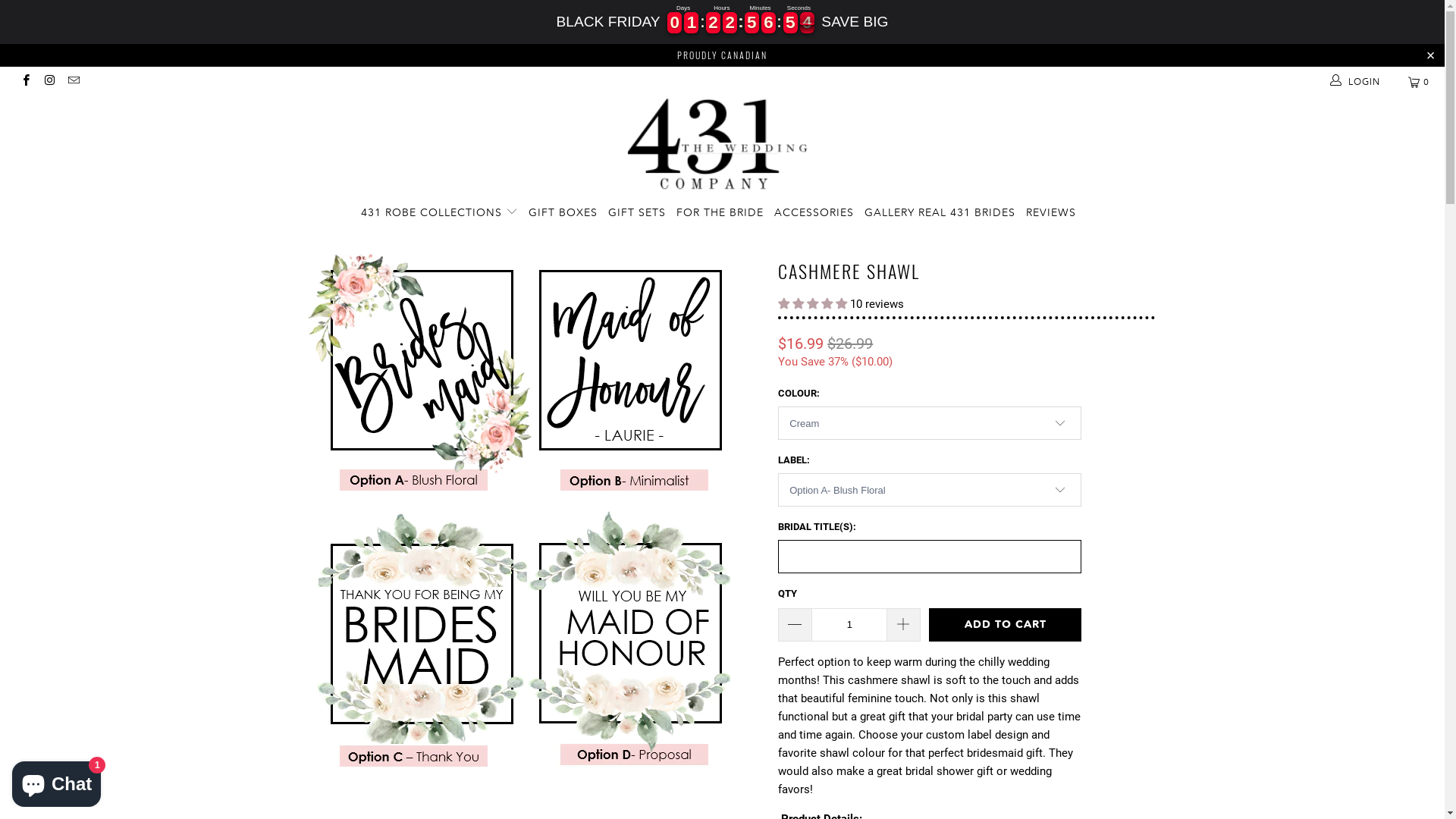  I want to click on 'ADD TO CART', so click(1005, 625).